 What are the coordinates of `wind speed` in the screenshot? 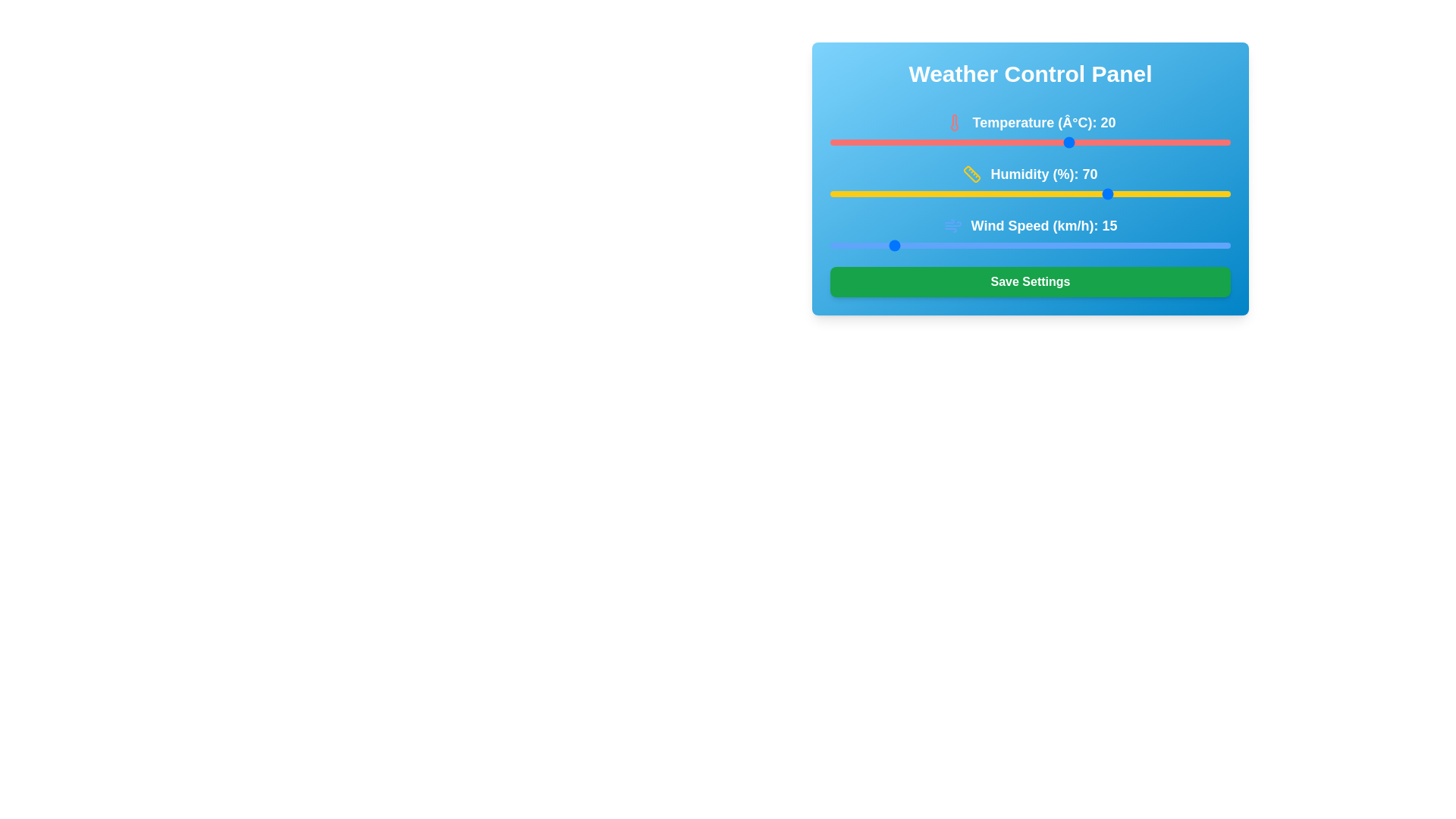 It's located at (974, 245).